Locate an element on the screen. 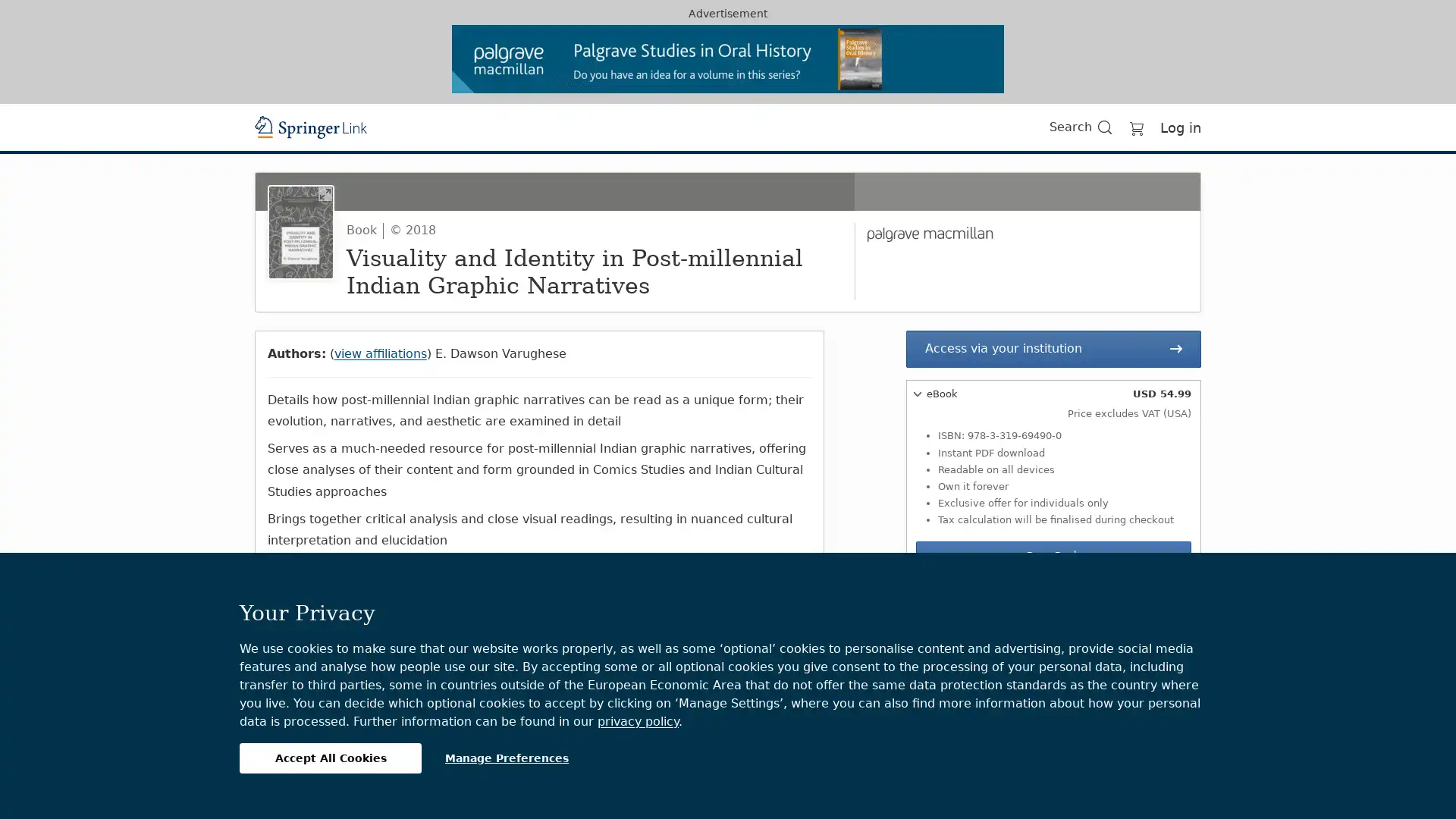  eBook USD 54.99 is located at coordinates (1052, 393).